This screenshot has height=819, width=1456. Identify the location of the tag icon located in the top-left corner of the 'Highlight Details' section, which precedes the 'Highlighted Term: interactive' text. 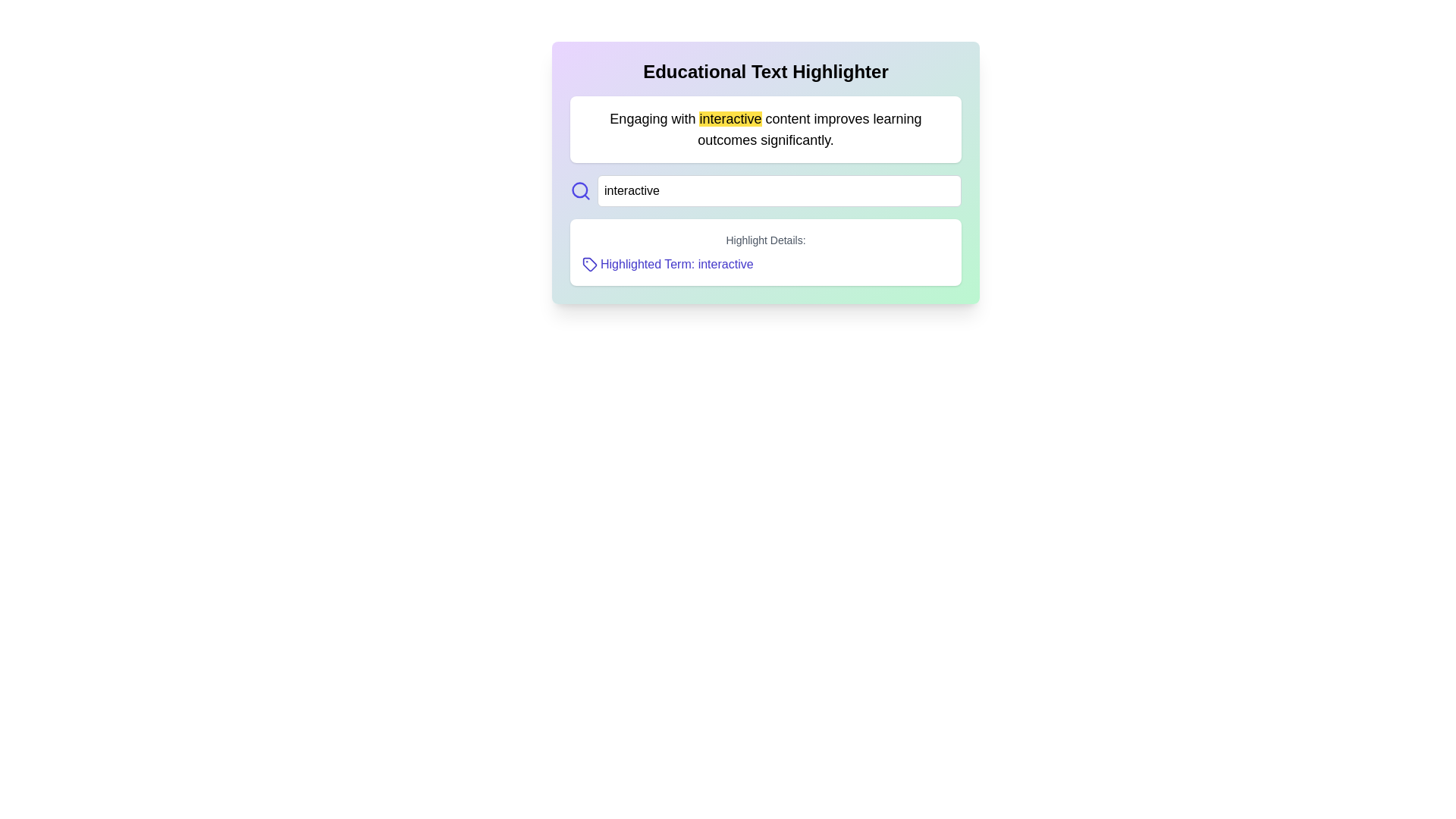
(588, 263).